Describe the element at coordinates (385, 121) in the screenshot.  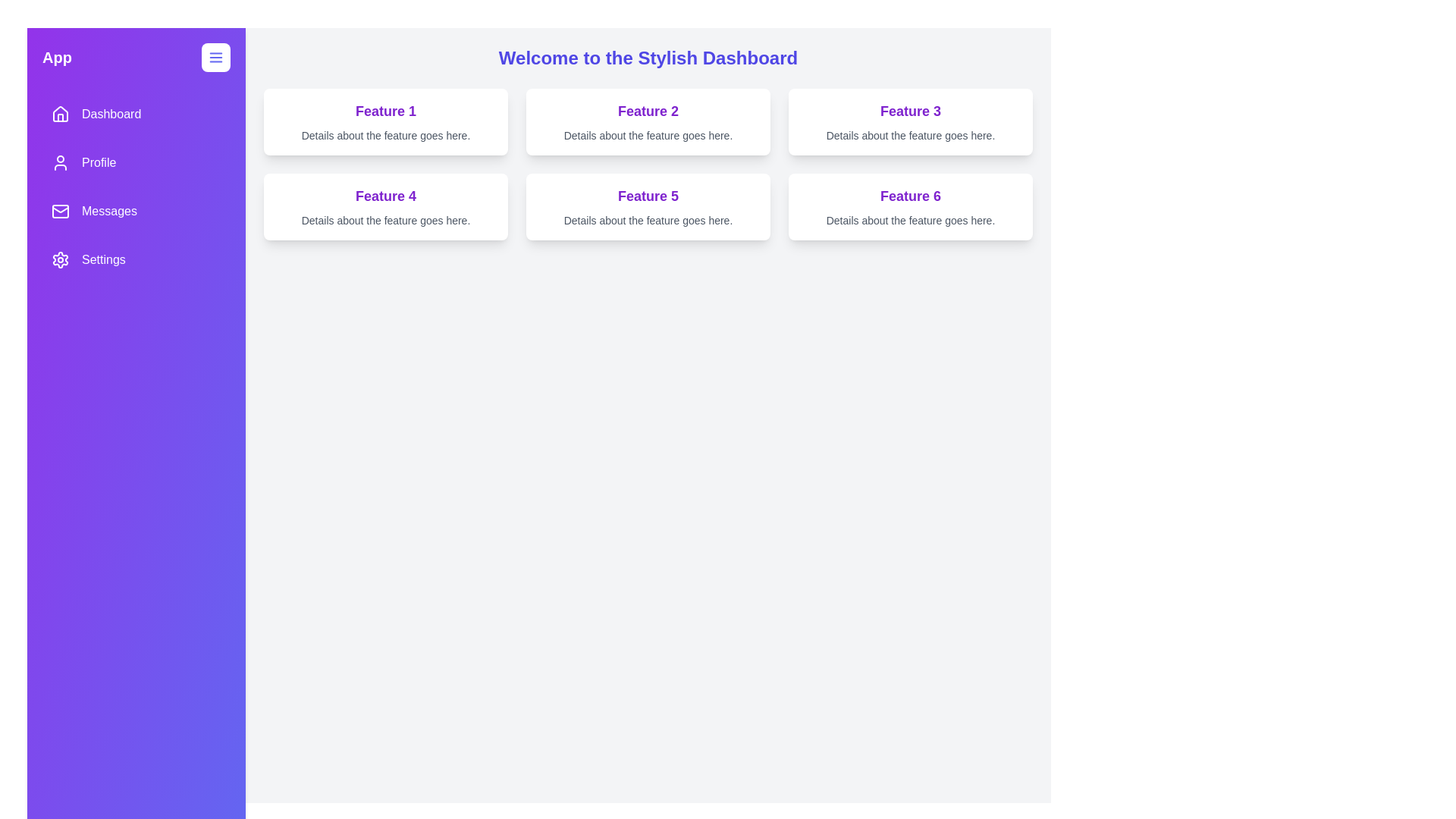
I see `the first card titled 'Feature 1' with a white background and shadow effects, located in the top-left corner of the grid layout` at that location.